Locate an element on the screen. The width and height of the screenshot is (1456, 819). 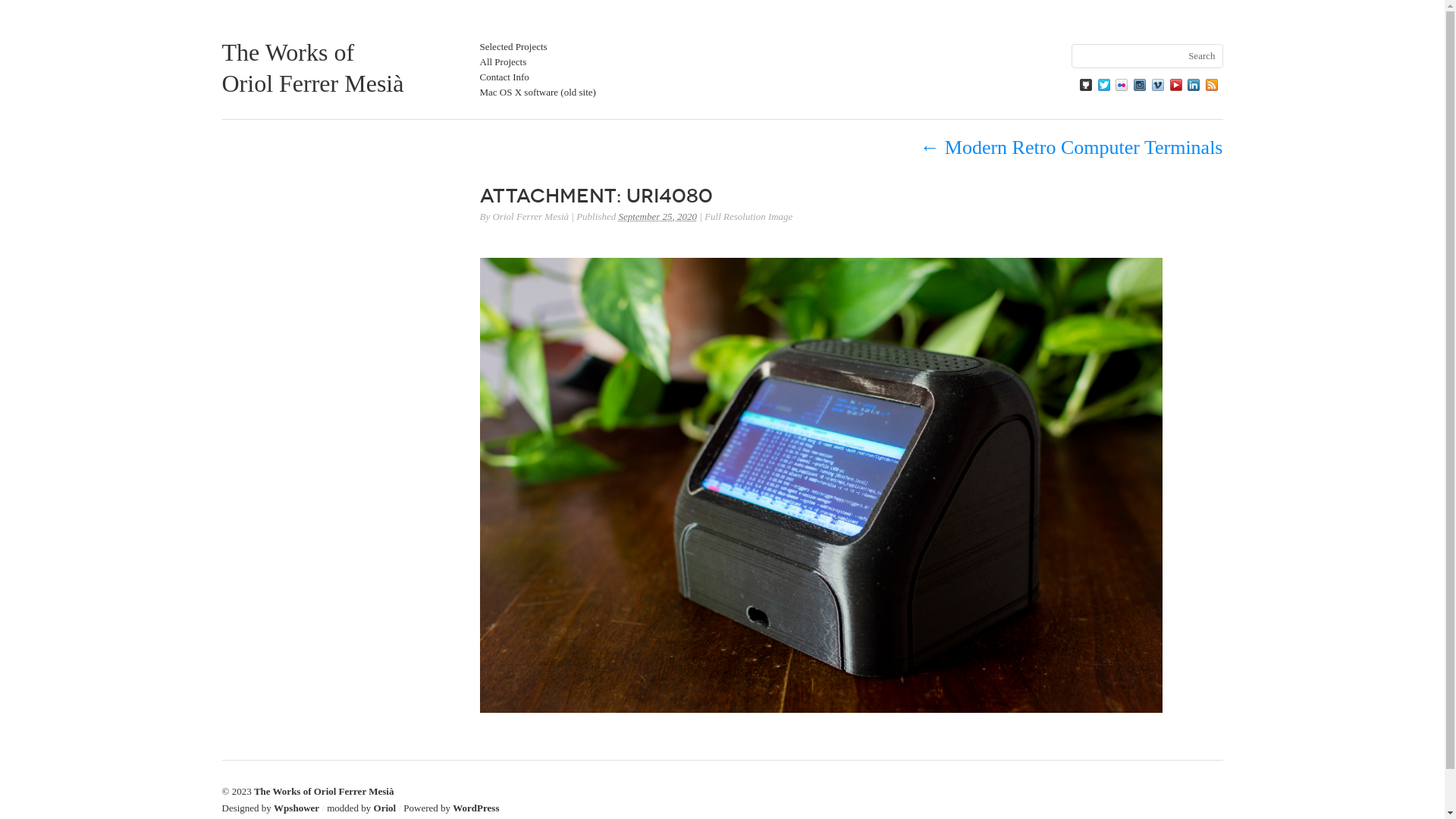
'Instagram' is located at coordinates (1139, 84).